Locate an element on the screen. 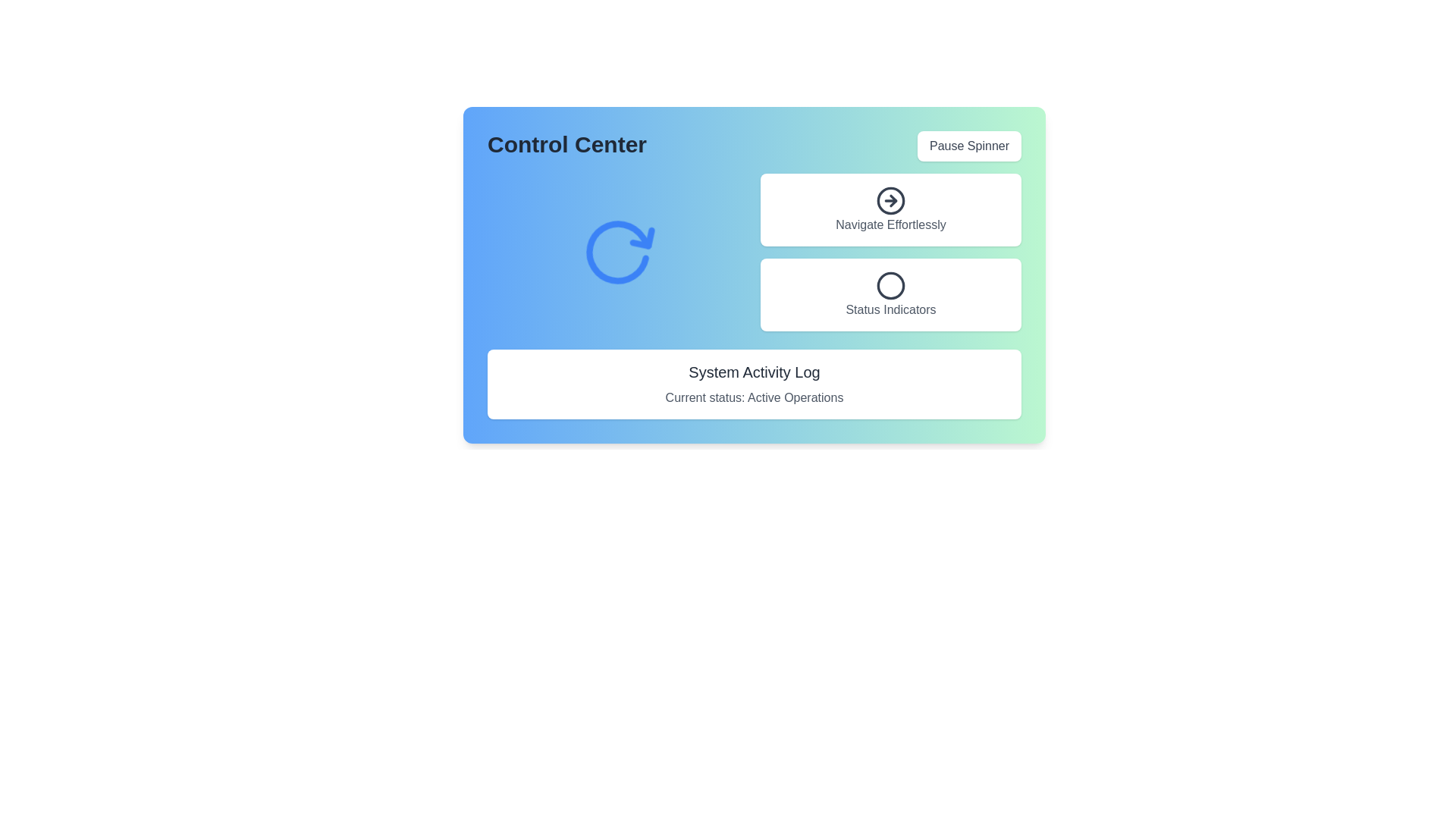 The height and width of the screenshot is (819, 1456). the visual representation of the circular SVG graphic element located above the text 'Navigate Effortlessly' in the interface is located at coordinates (891, 199).